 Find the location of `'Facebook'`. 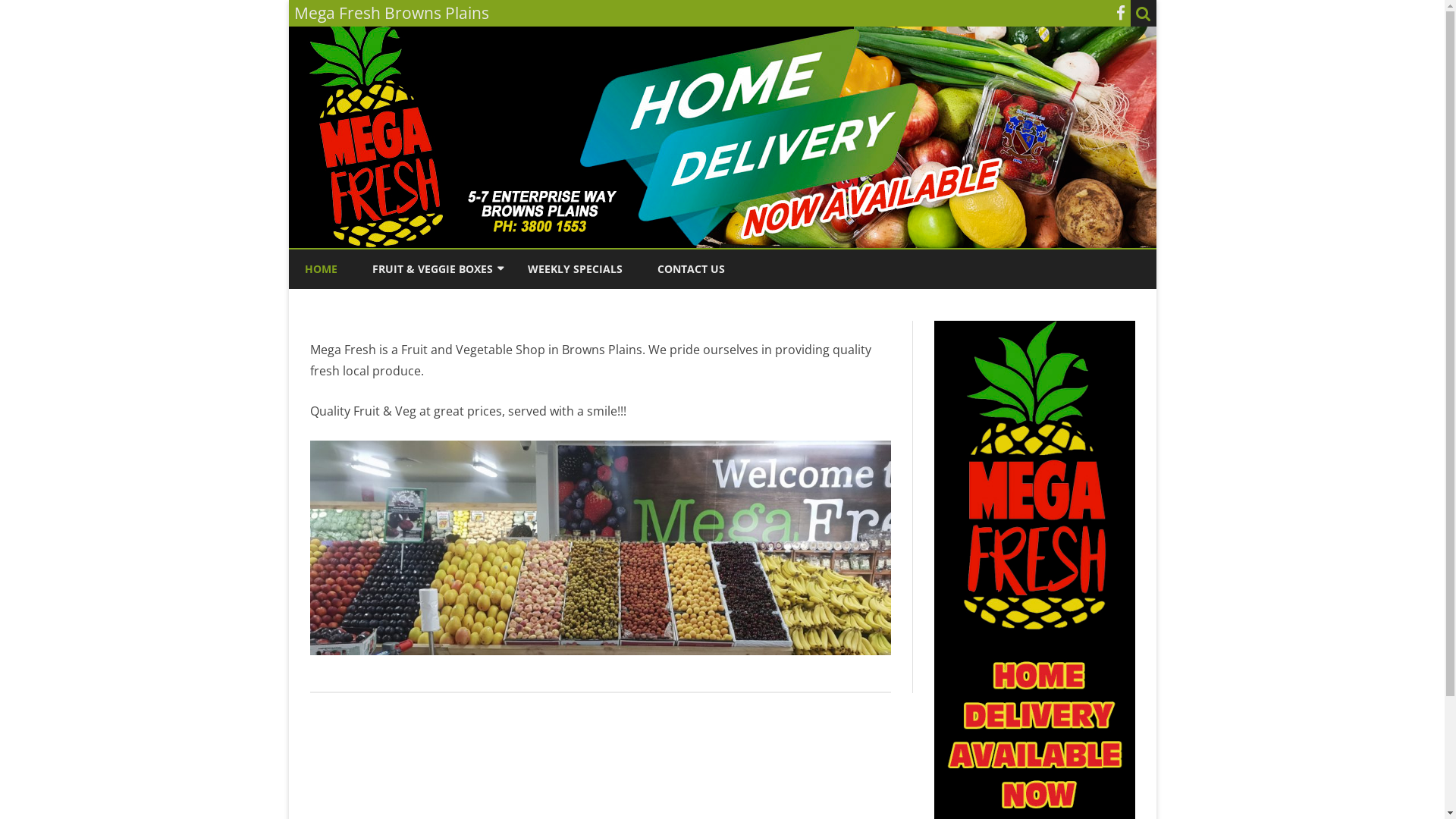

'Facebook' is located at coordinates (1121, 12).